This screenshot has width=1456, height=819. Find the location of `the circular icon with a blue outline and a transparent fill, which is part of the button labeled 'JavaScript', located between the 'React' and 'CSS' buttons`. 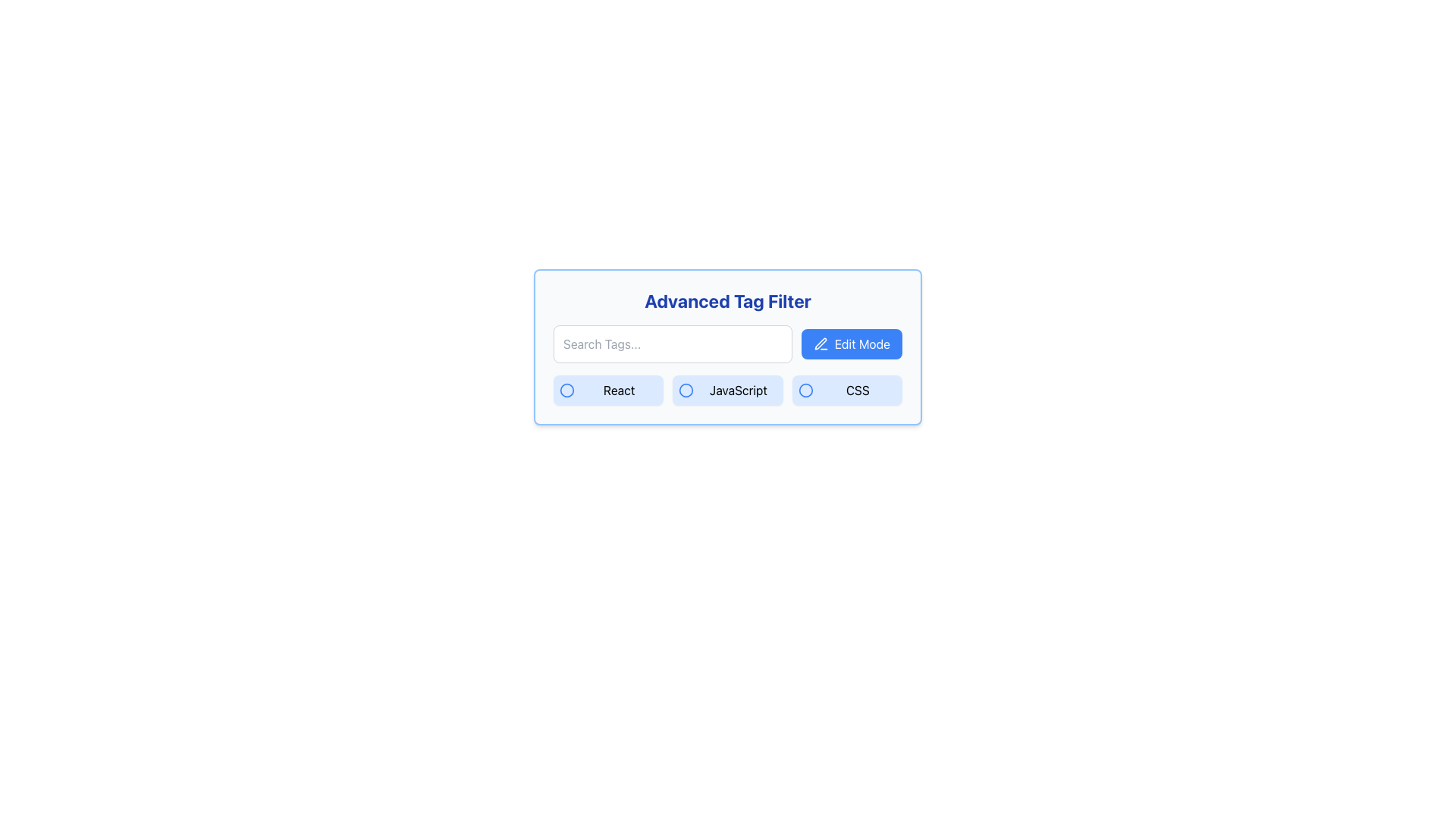

the circular icon with a blue outline and a transparent fill, which is part of the button labeled 'JavaScript', located between the 'React' and 'CSS' buttons is located at coordinates (686, 390).